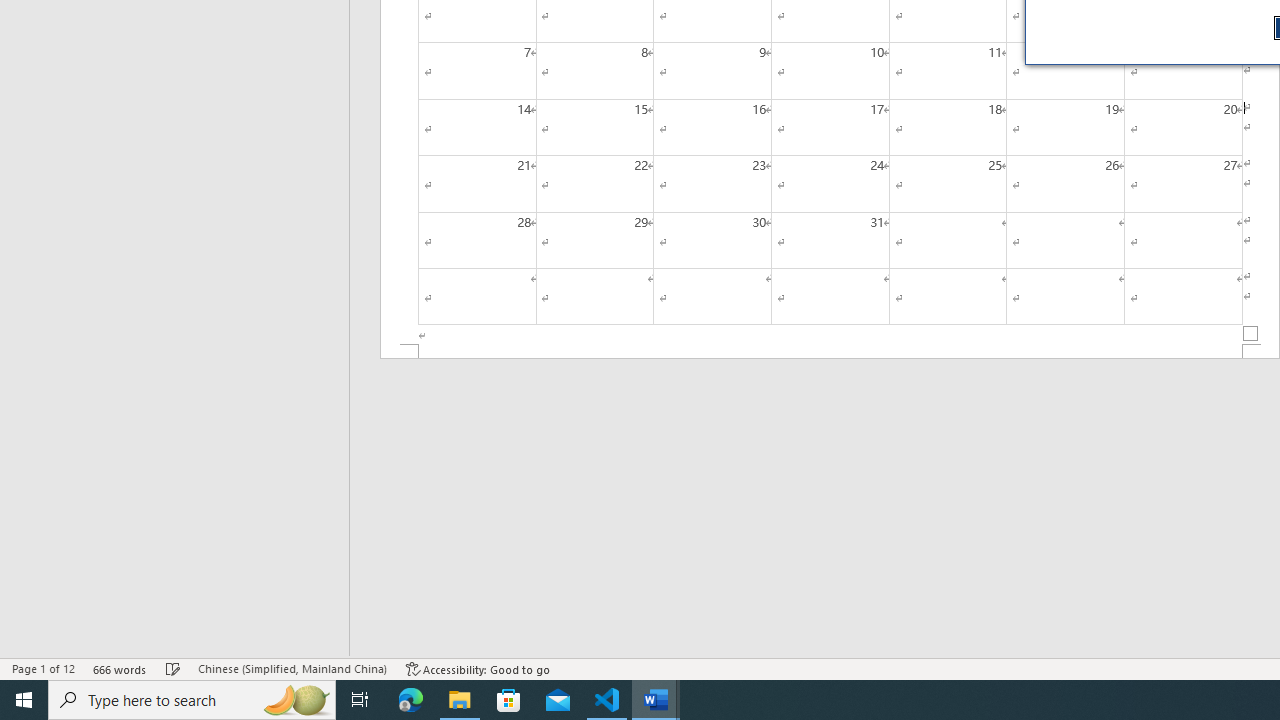 This screenshot has height=720, width=1280. I want to click on 'Search highlights icon opens search home window', so click(294, 698).